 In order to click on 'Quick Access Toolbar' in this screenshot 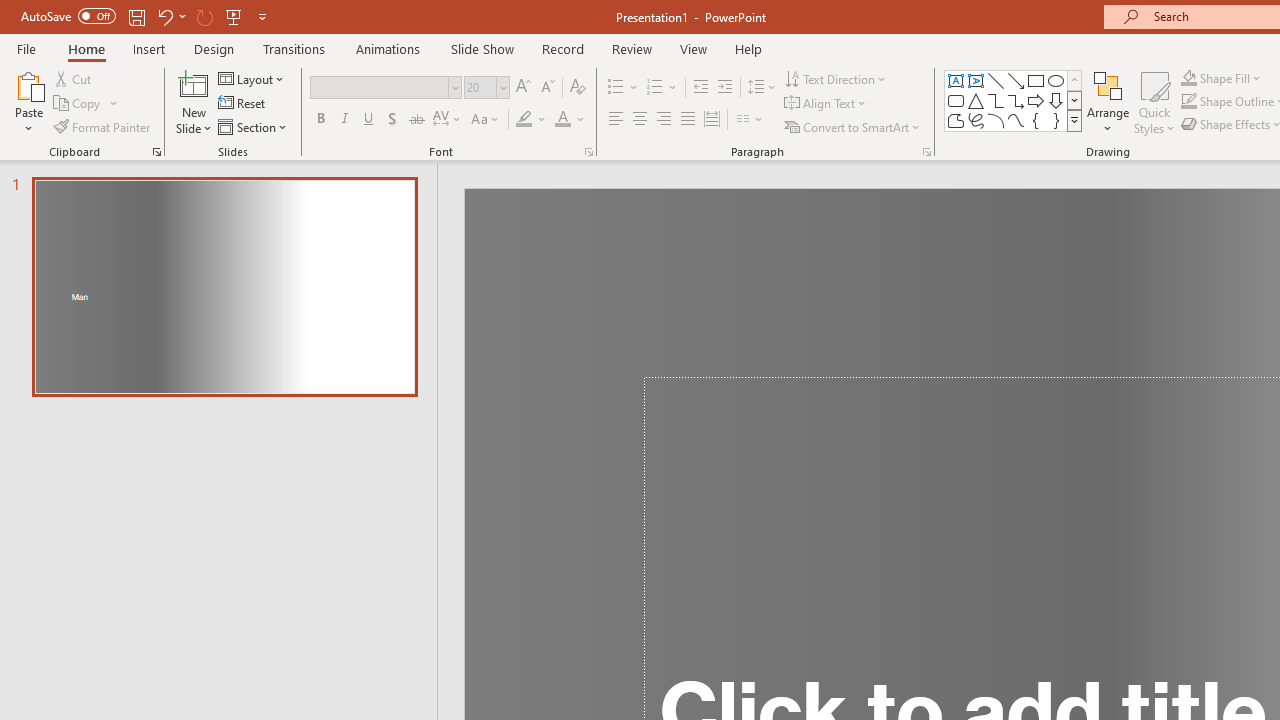, I will do `click(144, 16)`.